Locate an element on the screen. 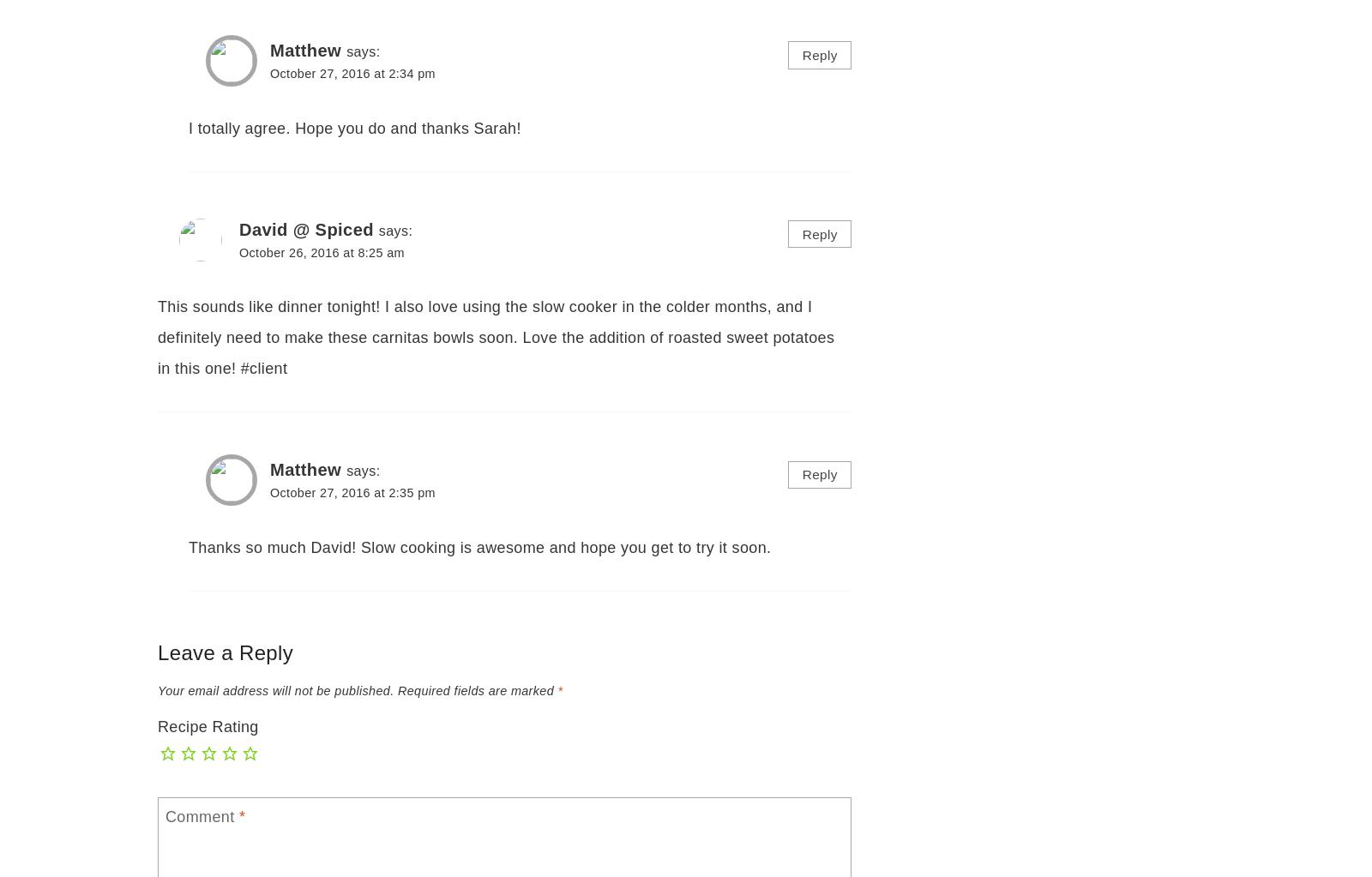 This screenshot has height=877, width=1372. 'I totally agree. Hope you do and thanks Sarah!' is located at coordinates (353, 127).